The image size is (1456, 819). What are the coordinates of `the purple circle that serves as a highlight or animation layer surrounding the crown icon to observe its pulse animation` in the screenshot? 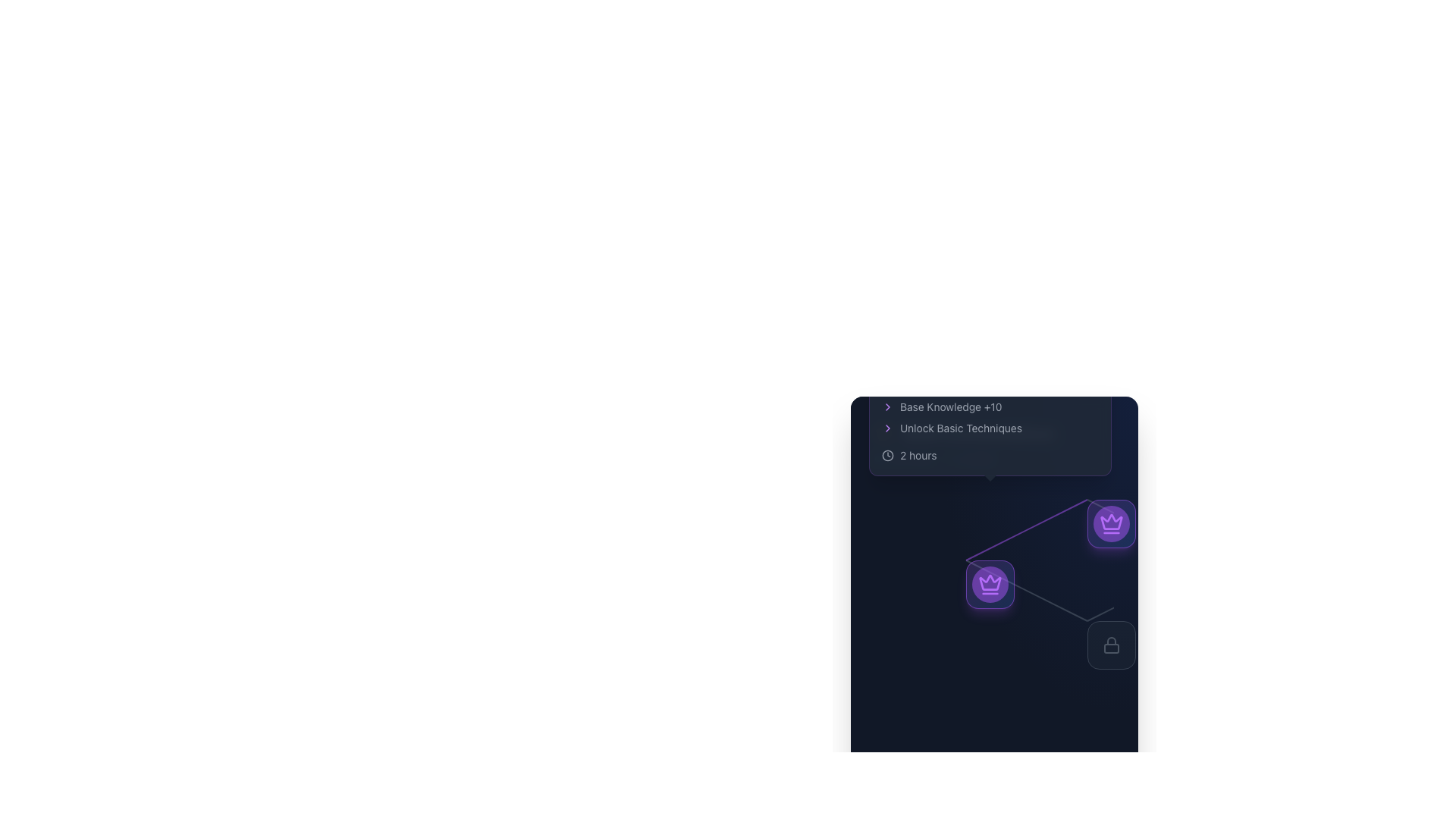 It's located at (1111, 522).